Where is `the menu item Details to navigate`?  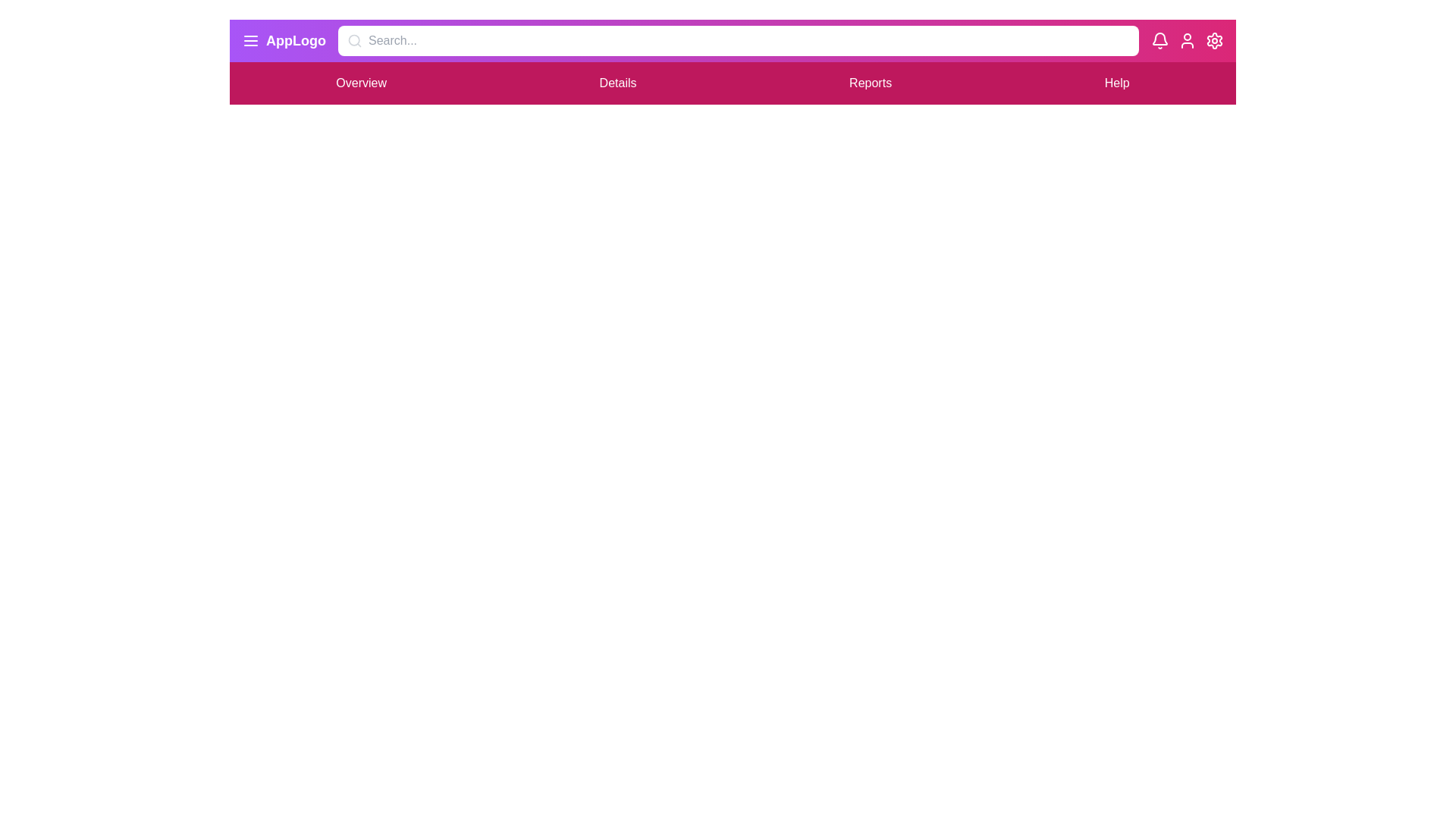 the menu item Details to navigate is located at coordinates (618, 83).